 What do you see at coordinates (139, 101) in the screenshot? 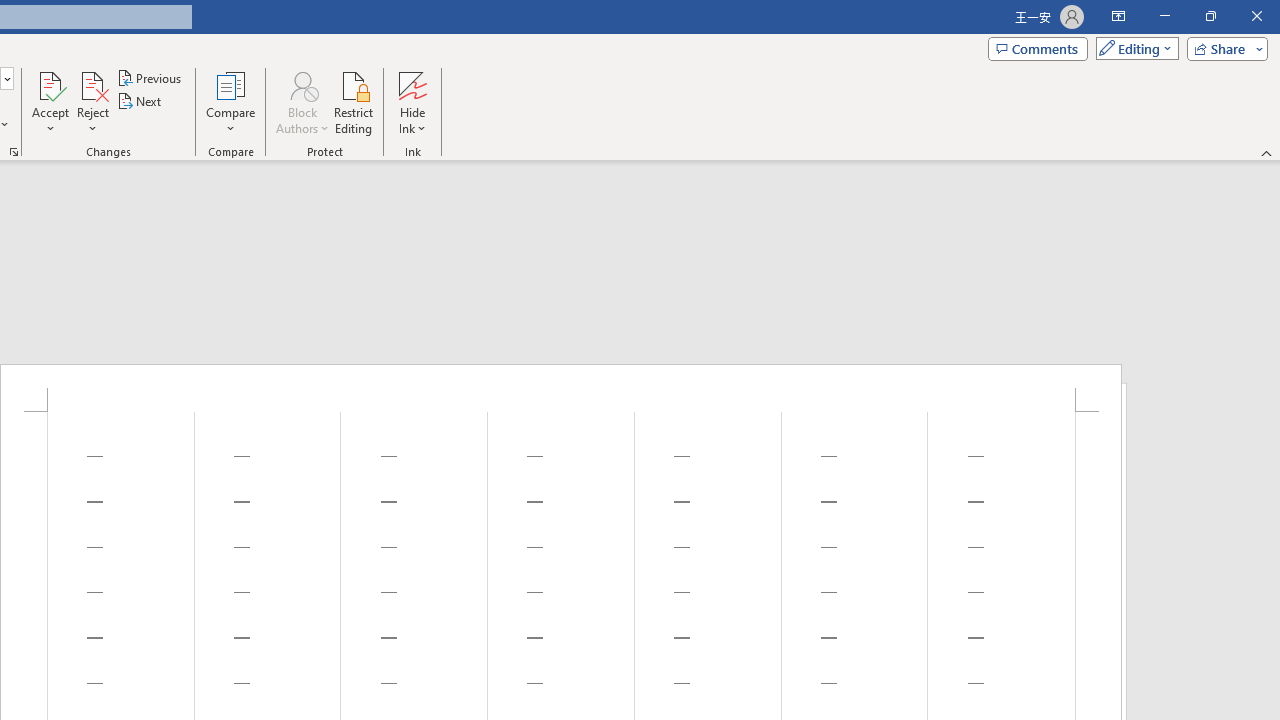
I see `'Next'` at bounding box center [139, 101].